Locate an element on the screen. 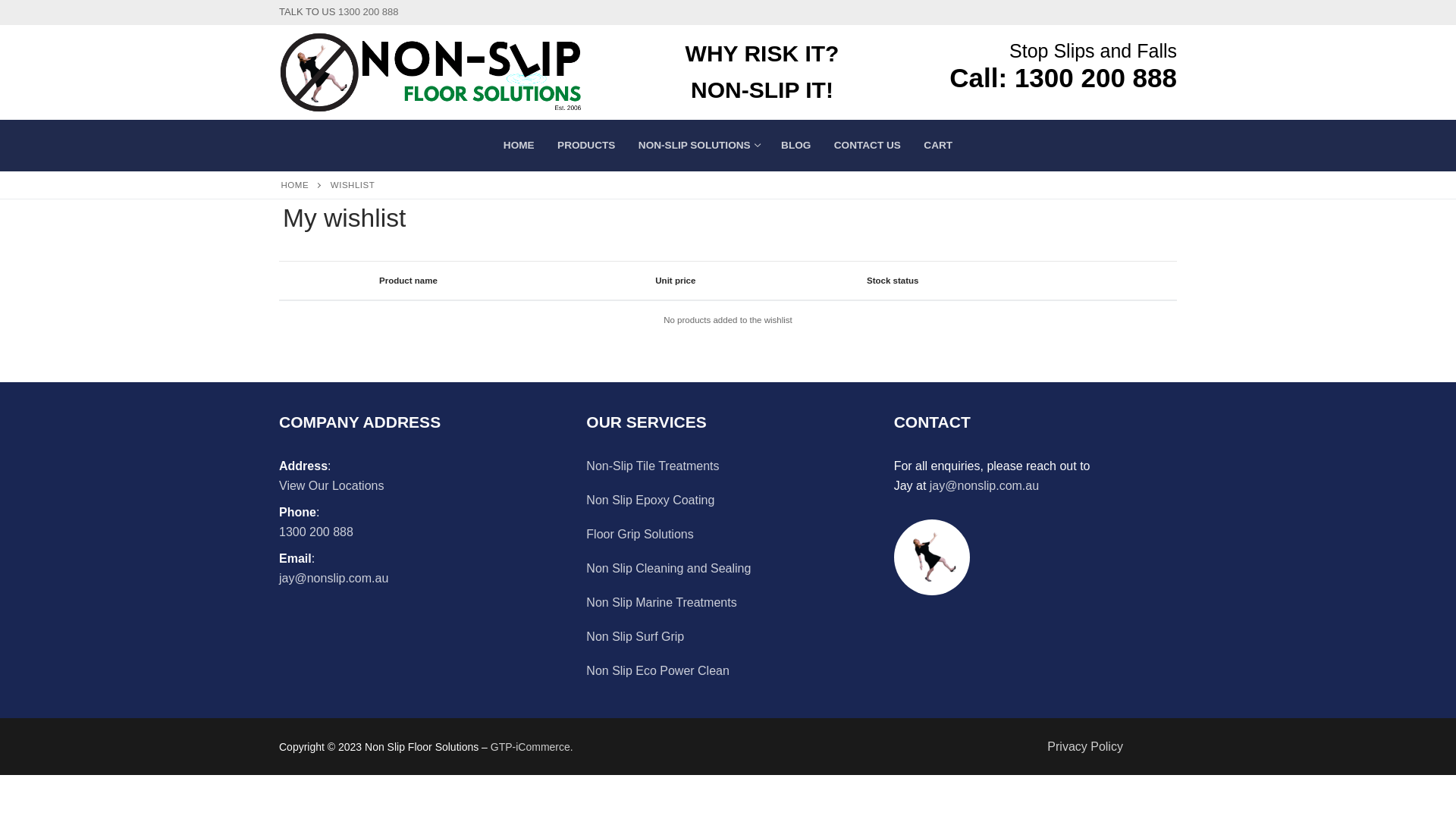 The image size is (1456, 819). 'Privacy Policy' is located at coordinates (1084, 745).